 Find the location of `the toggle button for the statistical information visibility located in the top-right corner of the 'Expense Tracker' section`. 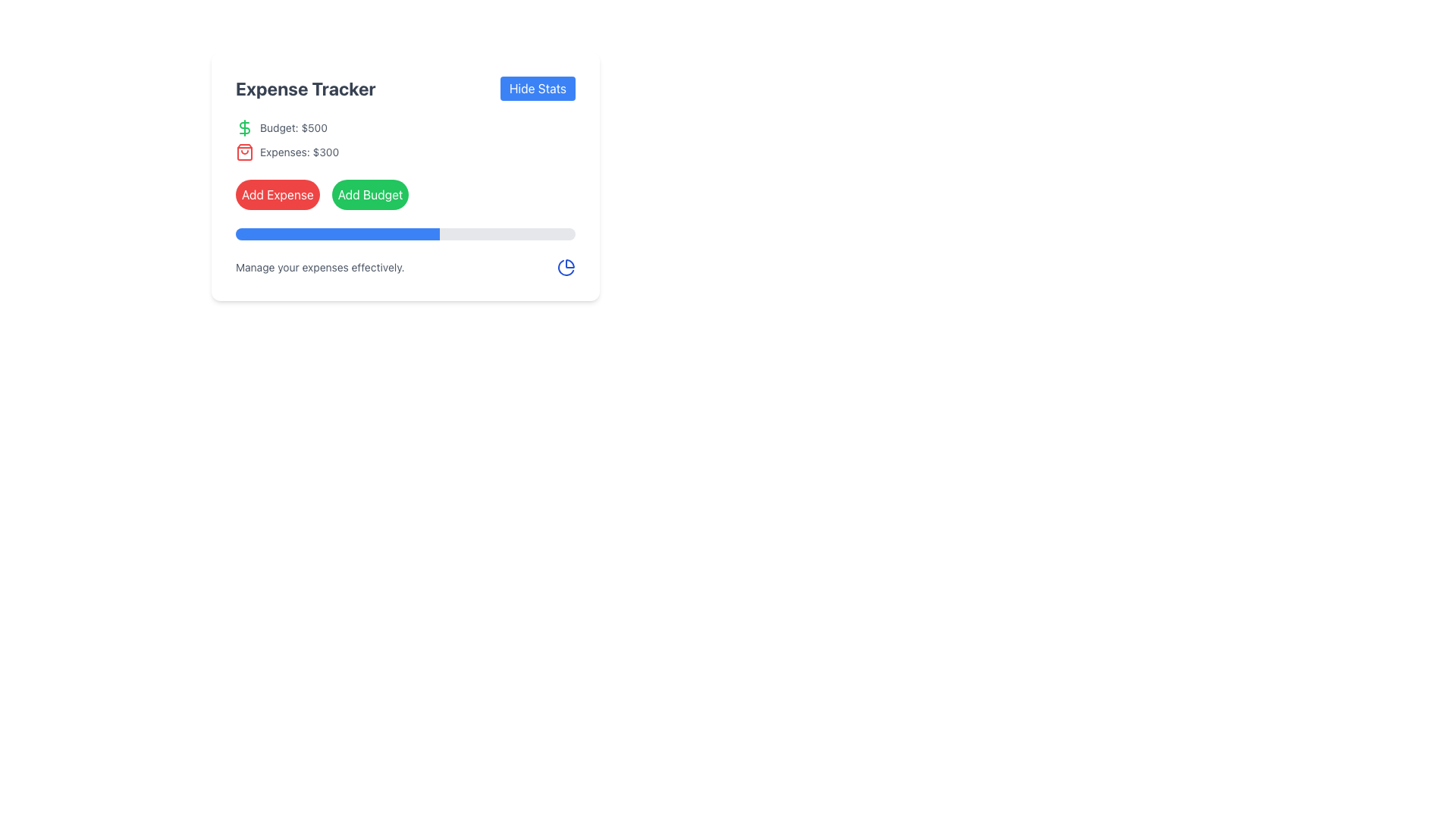

the toggle button for the statistical information visibility located in the top-right corner of the 'Expense Tracker' section is located at coordinates (538, 88).